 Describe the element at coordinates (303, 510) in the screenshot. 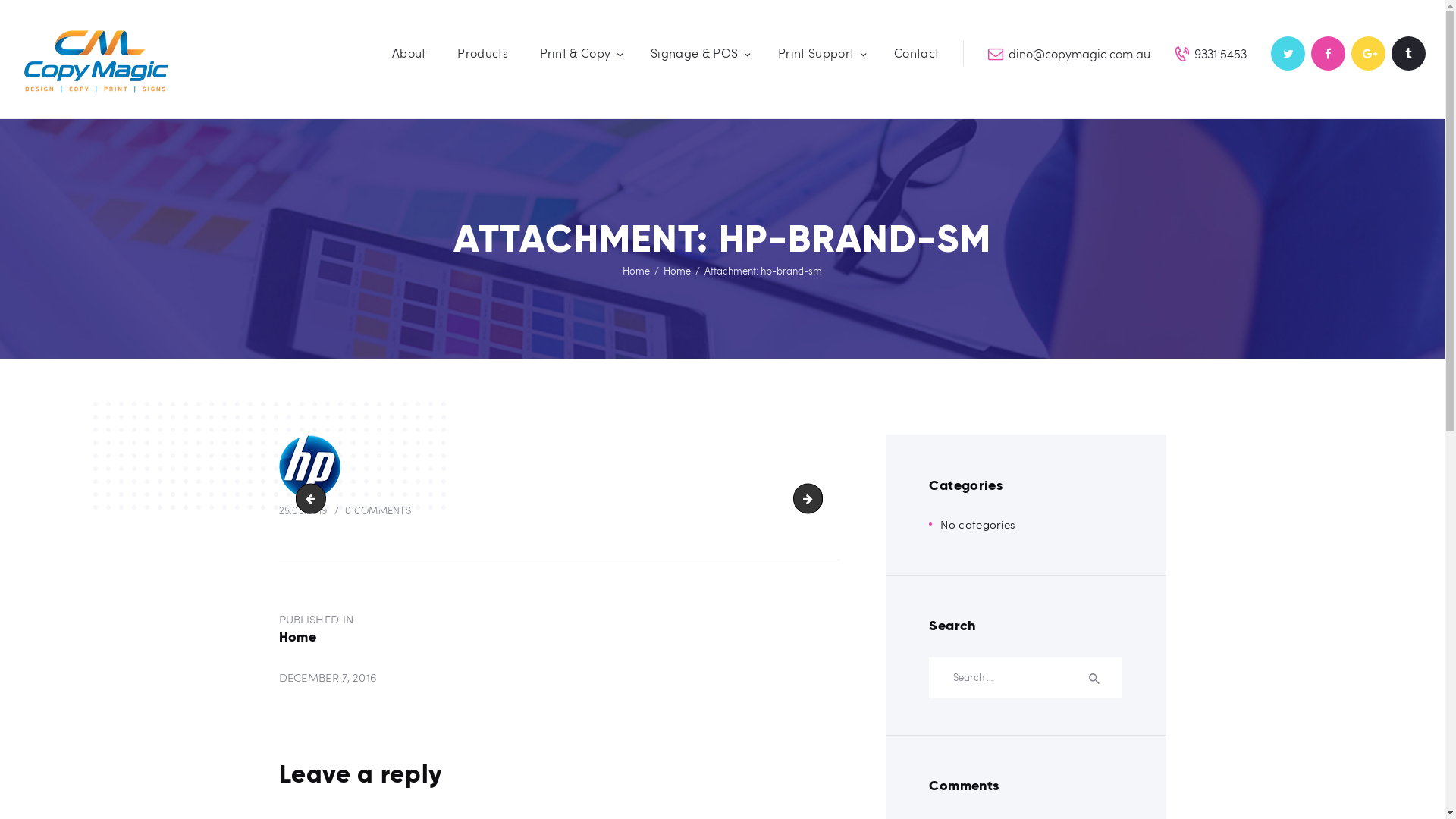

I see `'25.03.2019'` at that location.